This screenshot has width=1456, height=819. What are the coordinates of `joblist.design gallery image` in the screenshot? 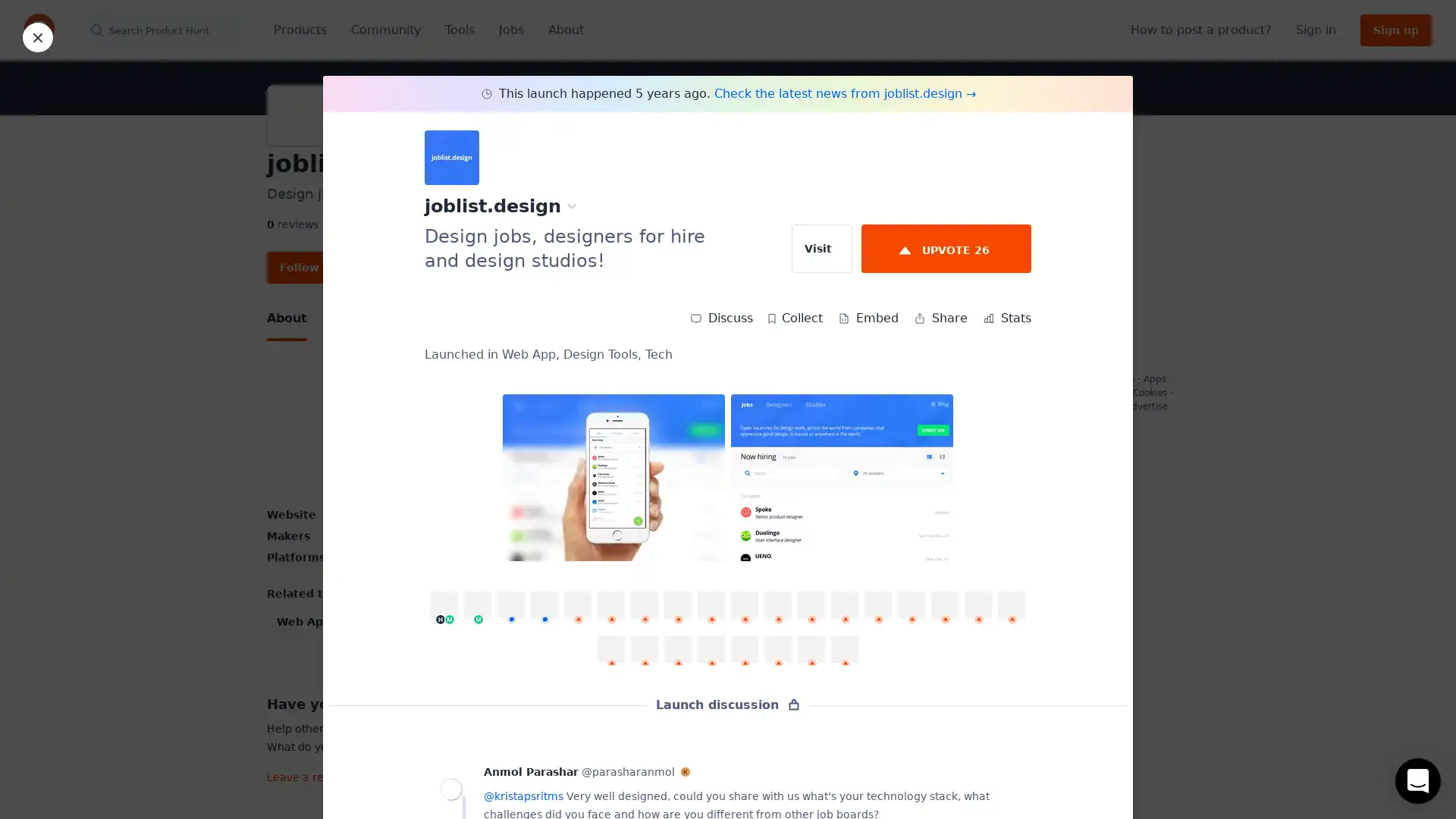 It's located at (841, 476).